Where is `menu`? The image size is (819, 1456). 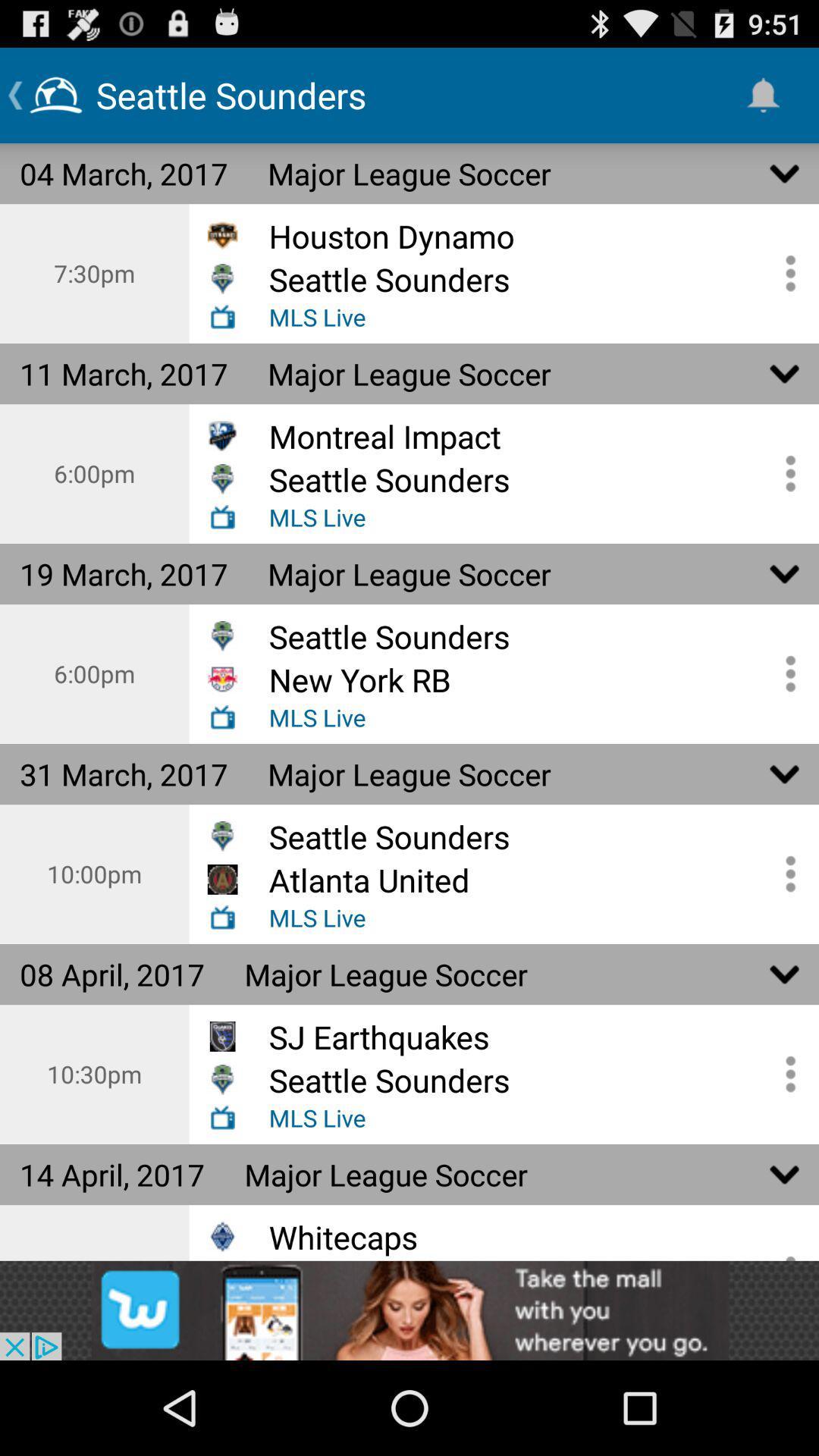 menu is located at coordinates (785, 1073).